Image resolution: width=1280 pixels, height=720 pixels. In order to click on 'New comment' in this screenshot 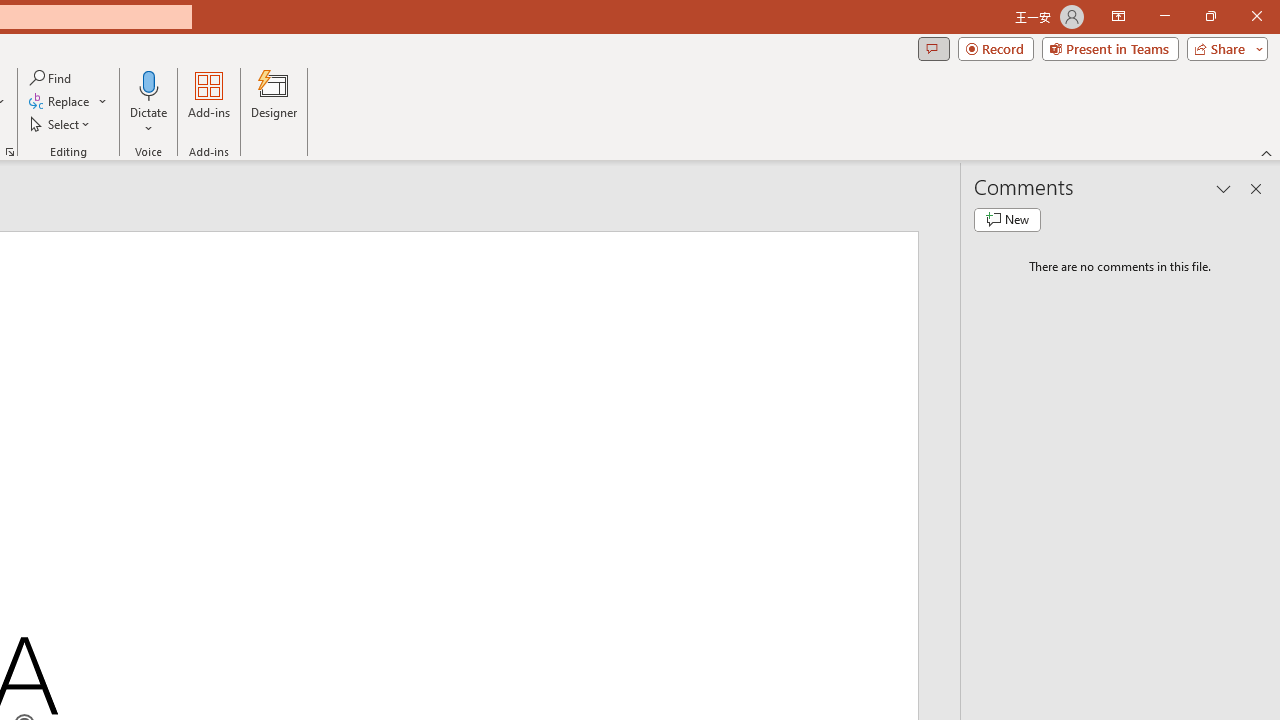, I will do `click(1007, 219)`.